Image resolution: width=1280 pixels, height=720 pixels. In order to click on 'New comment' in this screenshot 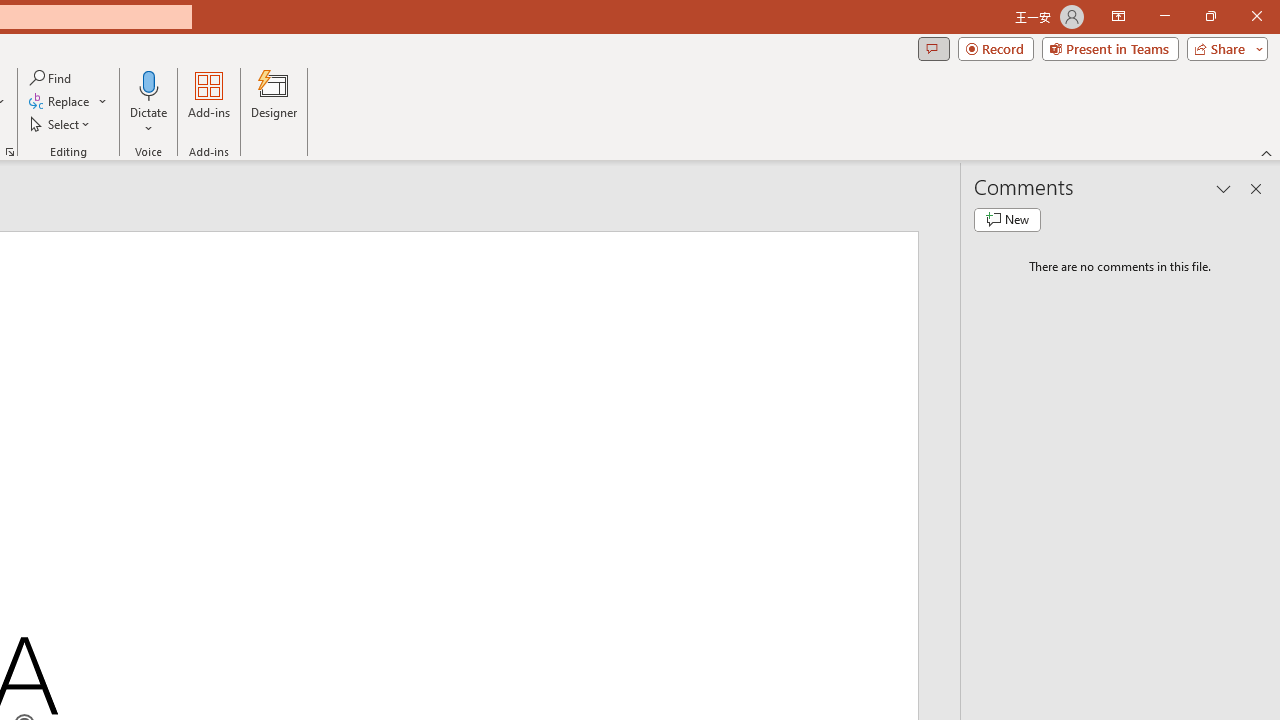, I will do `click(1007, 219)`.